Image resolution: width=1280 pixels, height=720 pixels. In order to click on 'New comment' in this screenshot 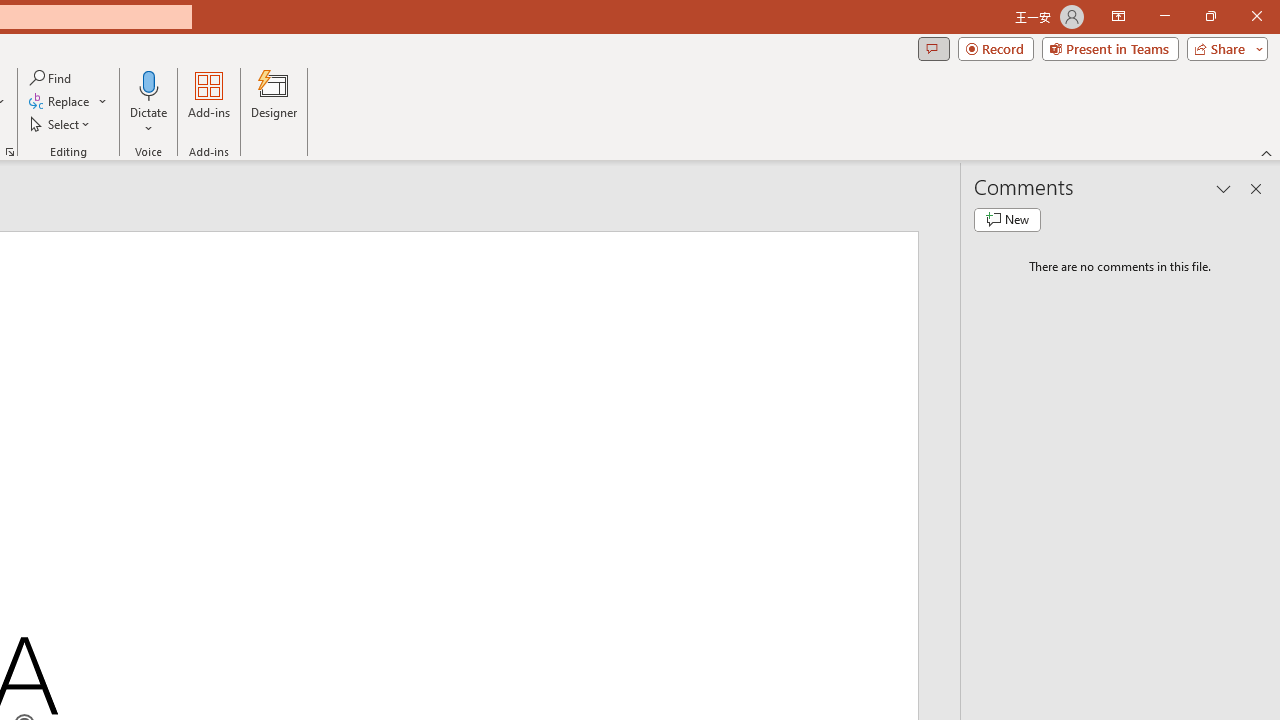, I will do `click(1007, 219)`.